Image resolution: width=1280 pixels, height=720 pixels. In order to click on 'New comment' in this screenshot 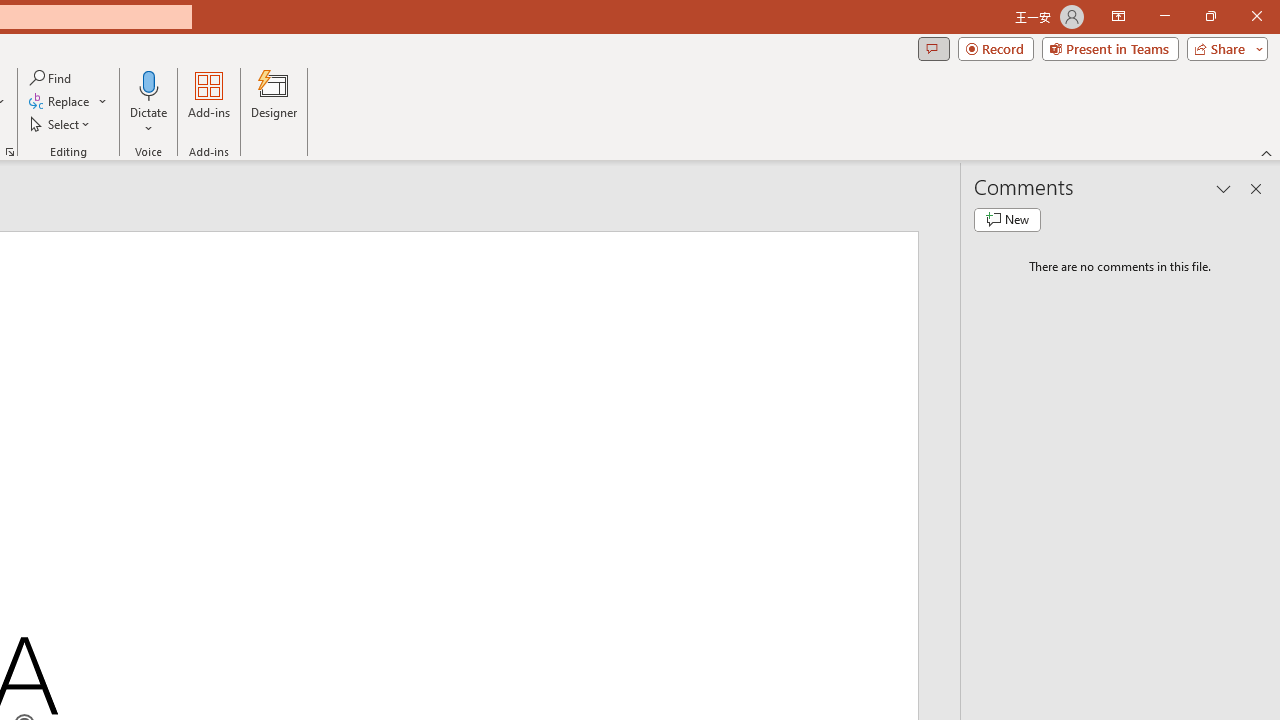, I will do `click(1007, 219)`.